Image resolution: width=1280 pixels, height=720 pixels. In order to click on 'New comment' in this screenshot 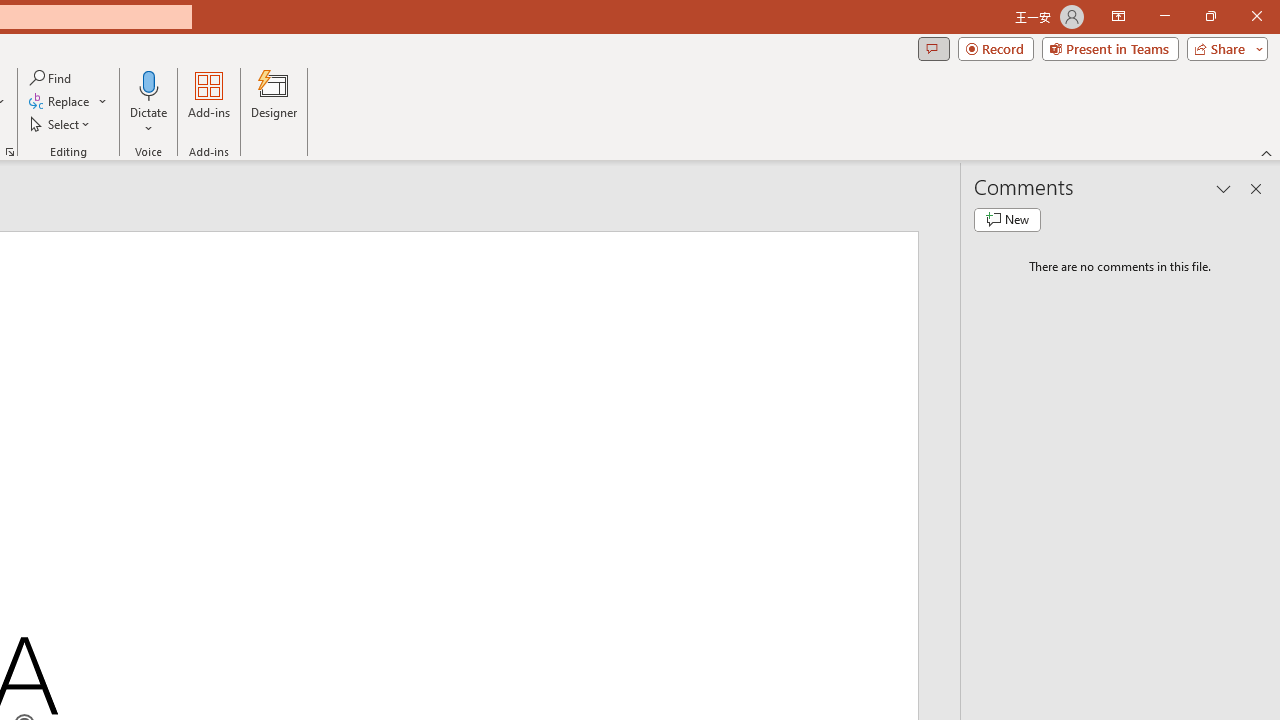, I will do `click(1007, 219)`.